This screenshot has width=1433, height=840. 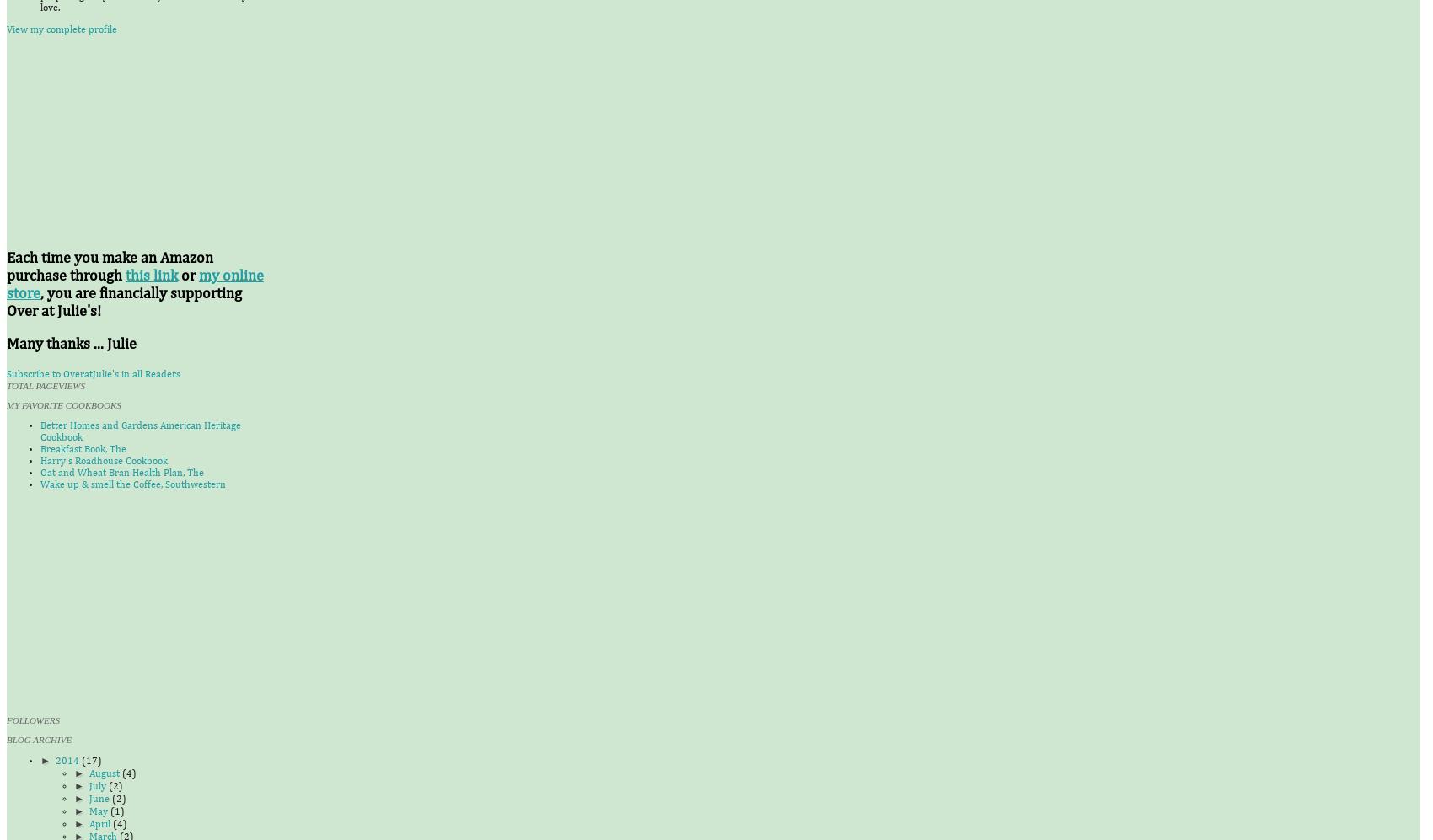 What do you see at coordinates (99, 800) in the screenshot?
I see `'June'` at bounding box center [99, 800].